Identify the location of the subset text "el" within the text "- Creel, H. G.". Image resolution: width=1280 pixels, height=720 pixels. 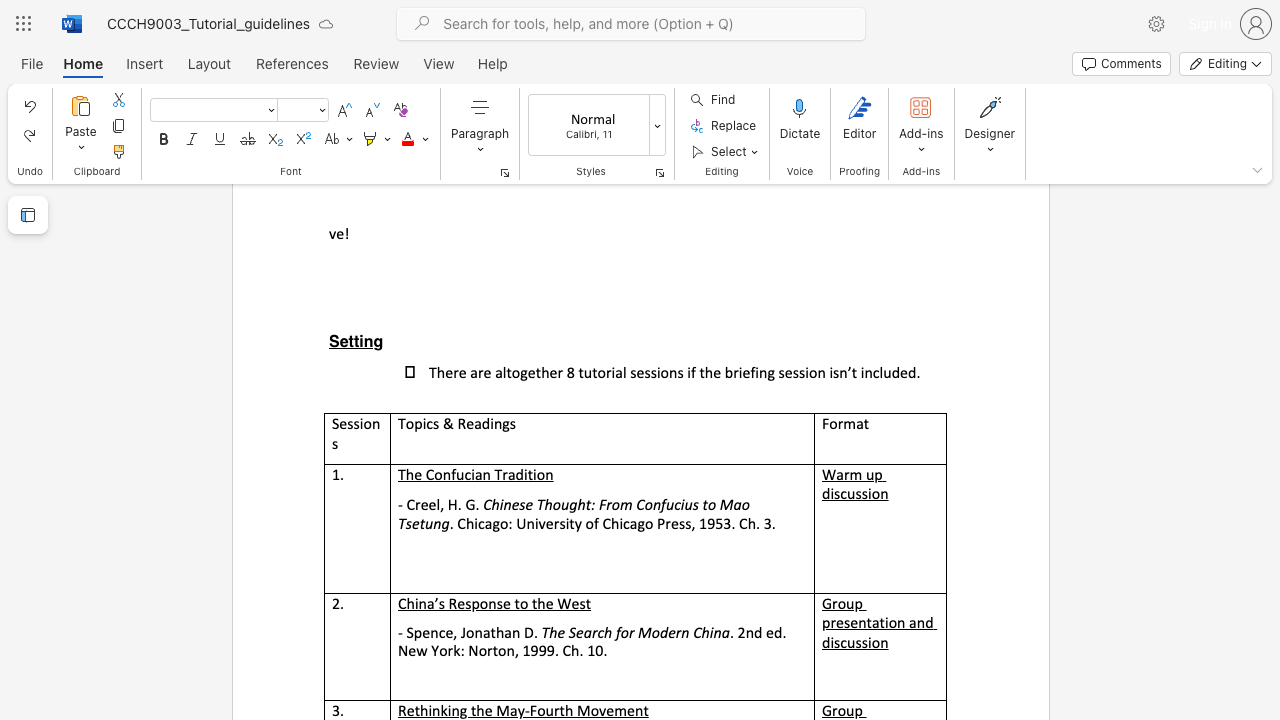
(427, 503).